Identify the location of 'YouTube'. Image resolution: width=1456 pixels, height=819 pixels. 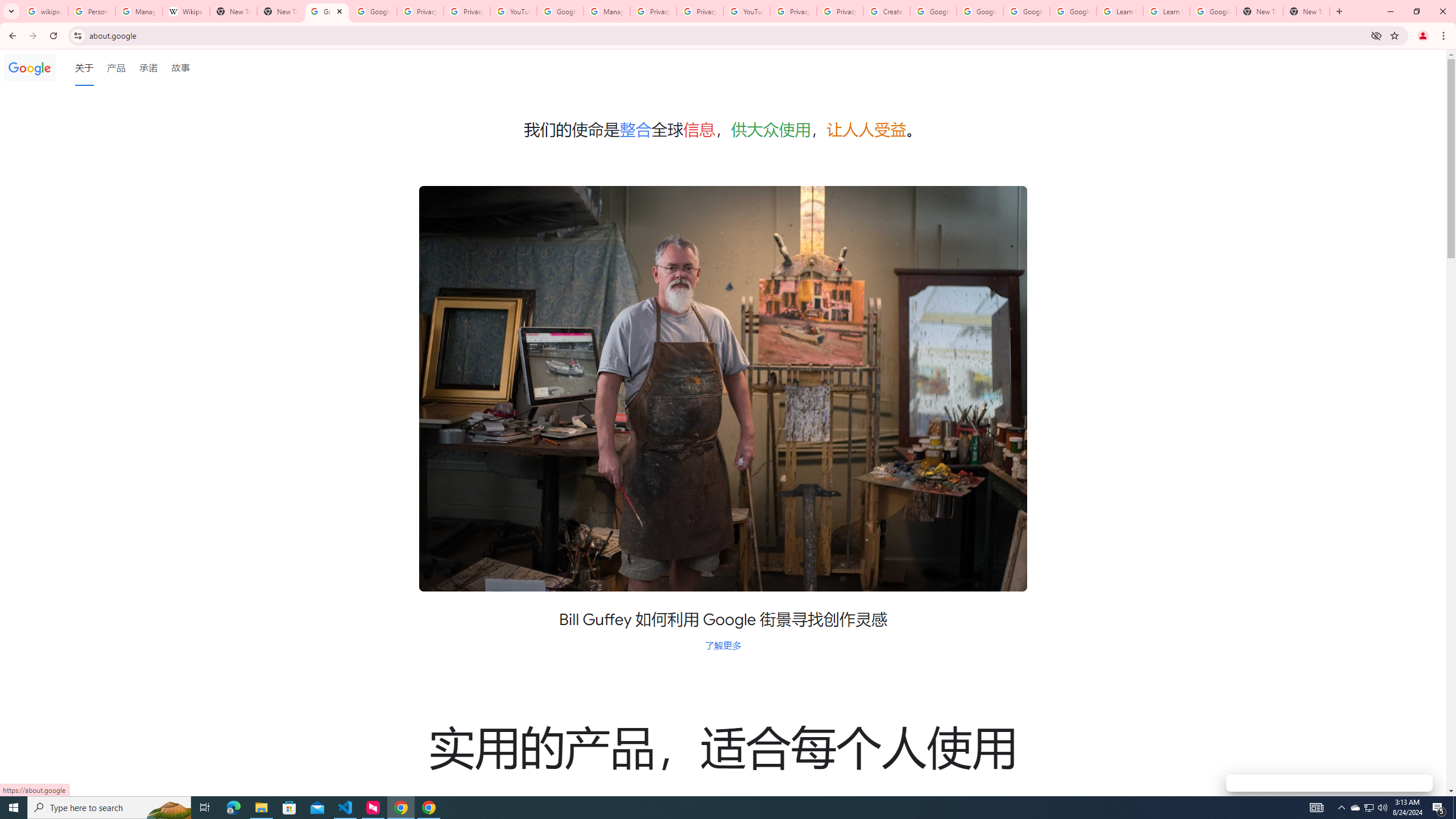
(746, 11).